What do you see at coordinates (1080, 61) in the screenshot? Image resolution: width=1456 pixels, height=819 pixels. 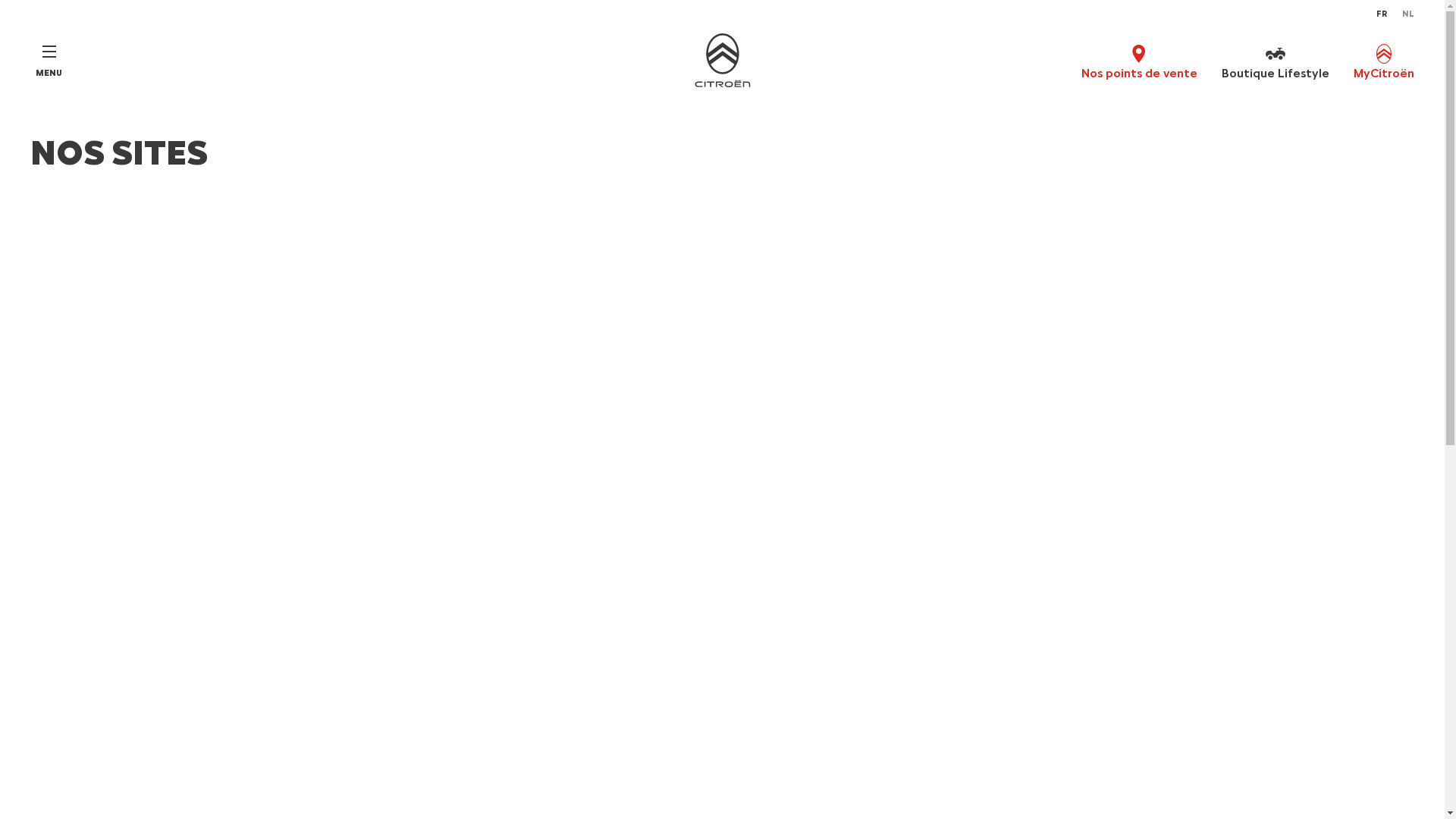 I see `'Nos points de vente'` at bounding box center [1080, 61].